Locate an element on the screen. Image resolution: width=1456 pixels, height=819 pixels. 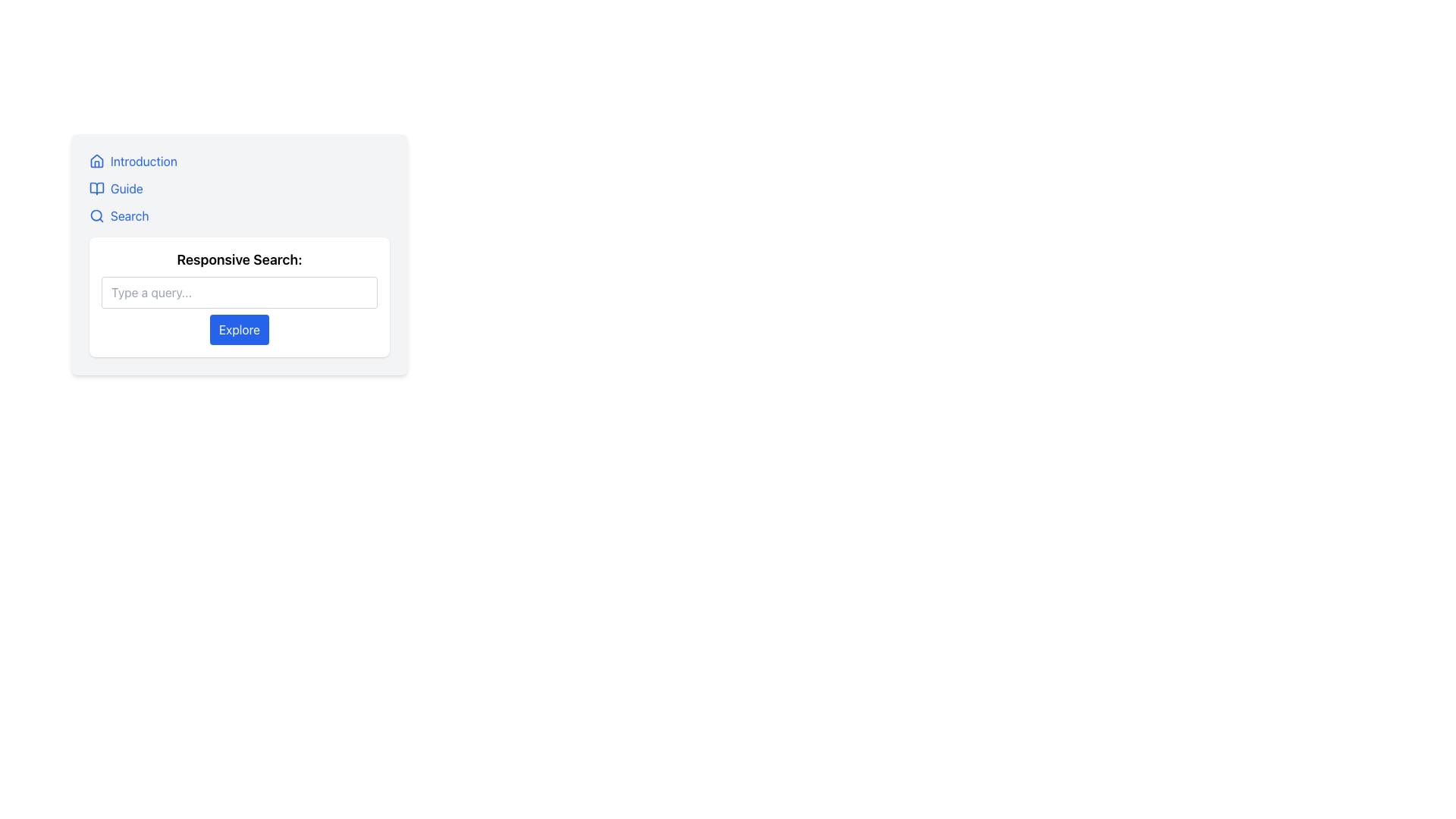
the 'Search' text hyperlink in blue font is located at coordinates (130, 216).